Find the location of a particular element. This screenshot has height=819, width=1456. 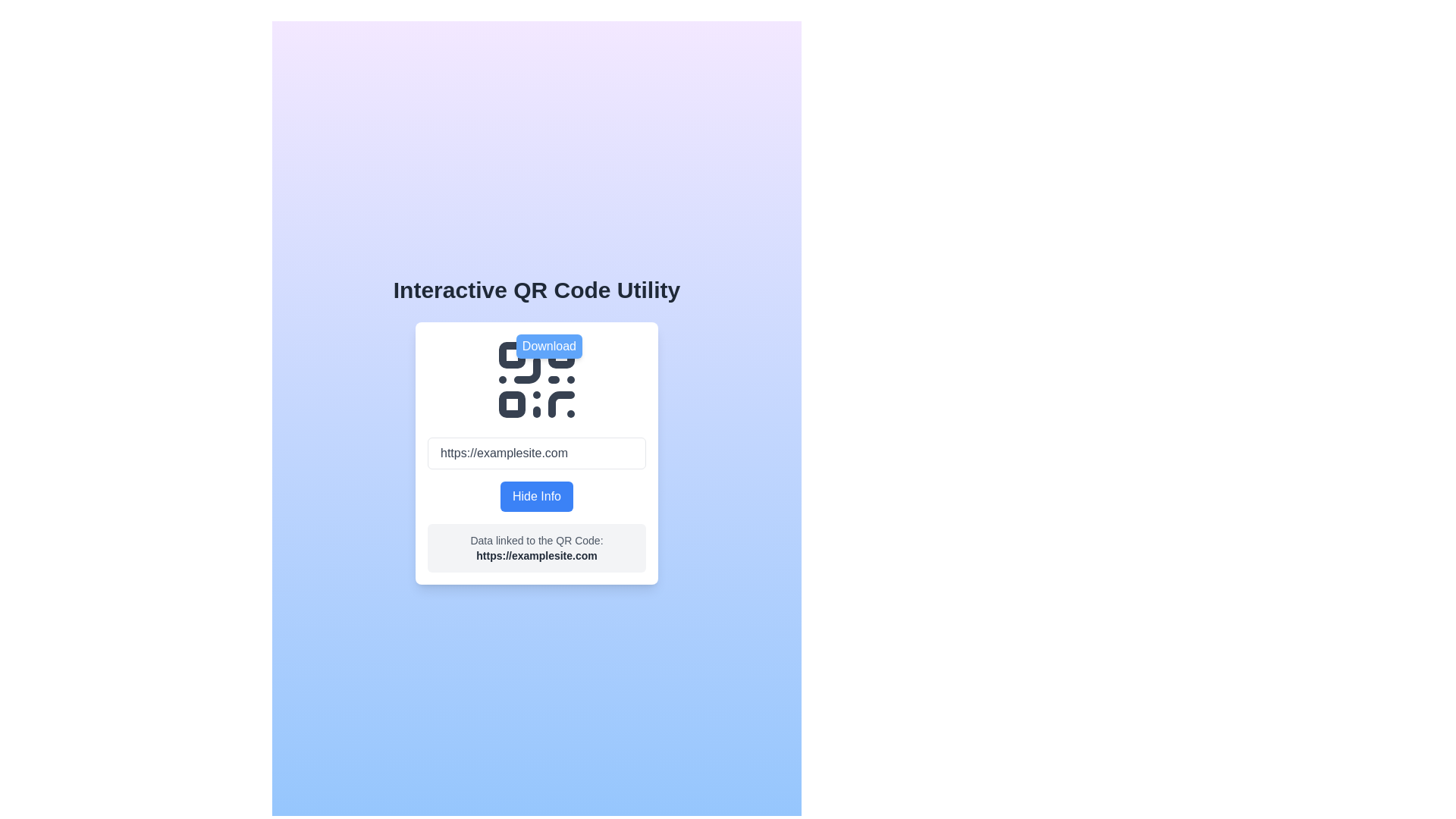

the decorative square for the QR code pattern, which is a small square with rounded corners located in the bottom left quadrant of the QR code graphic is located at coordinates (512, 403).